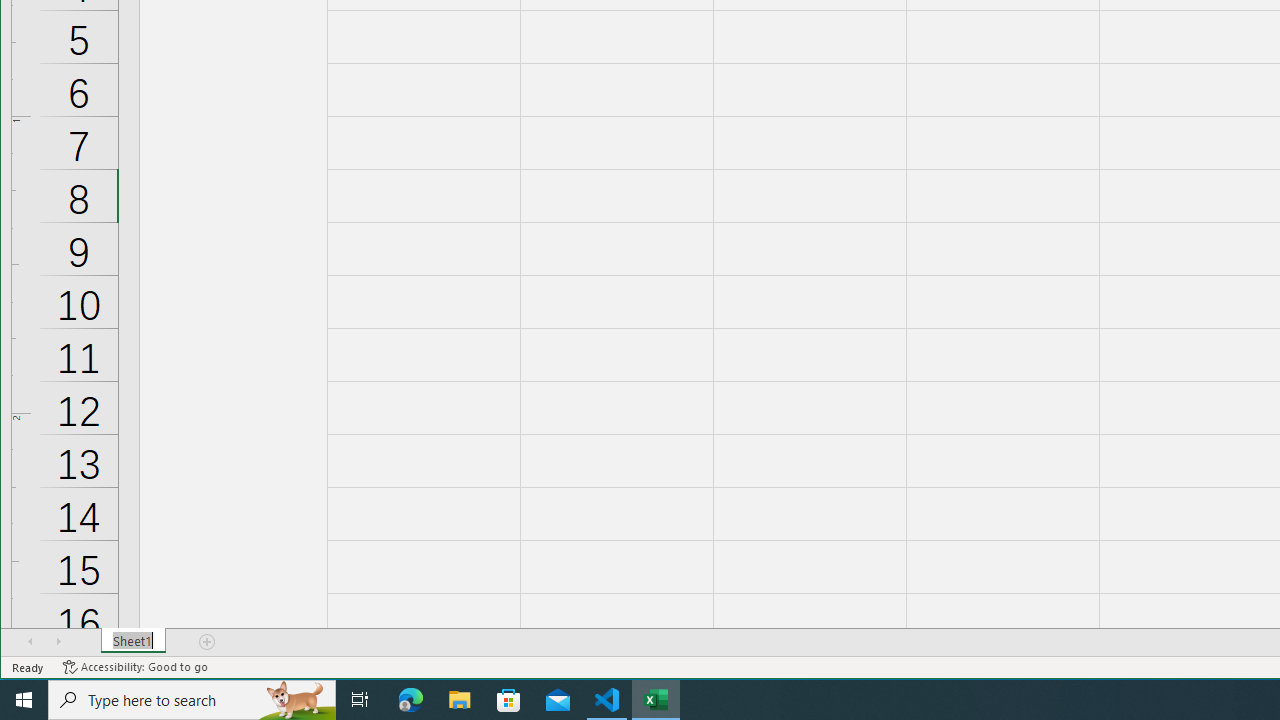  What do you see at coordinates (192, 698) in the screenshot?
I see `'Type here to search'` at bounding box center [192, 698].